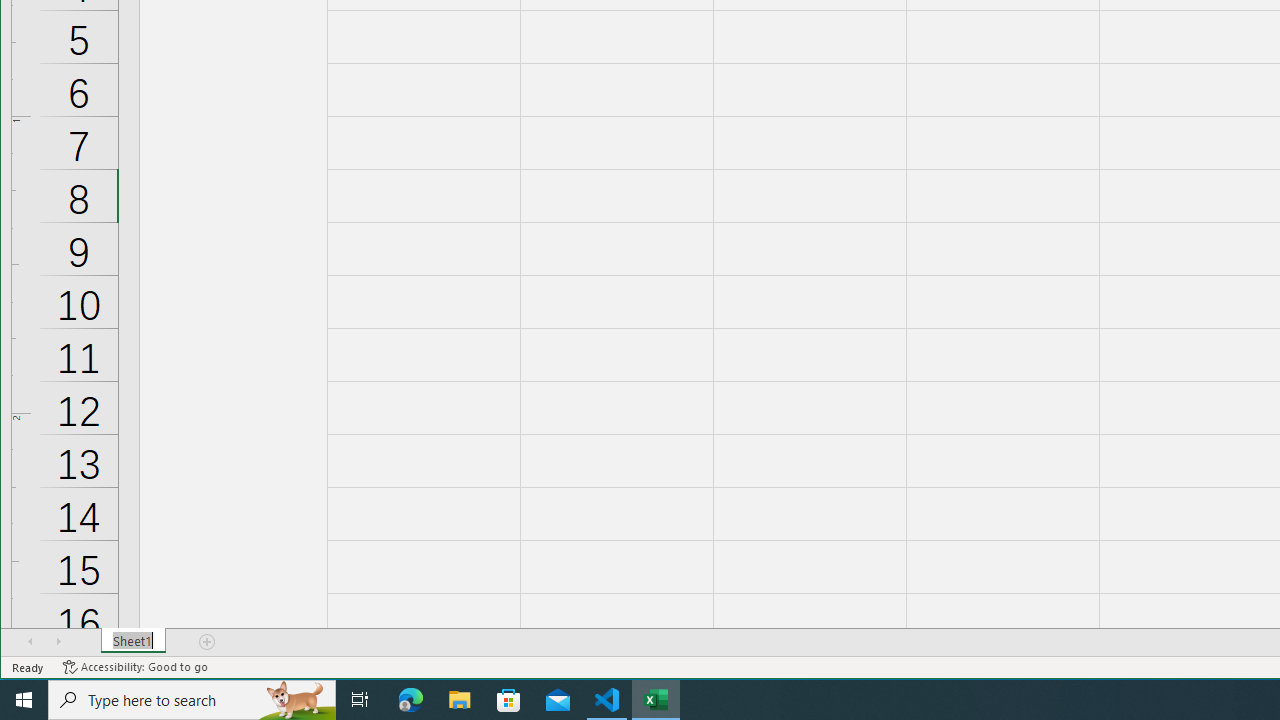  What do you see at coordinates (192, 698) in the screenshot?
I see `'Type here to search'` at bounding box center [192, 698].